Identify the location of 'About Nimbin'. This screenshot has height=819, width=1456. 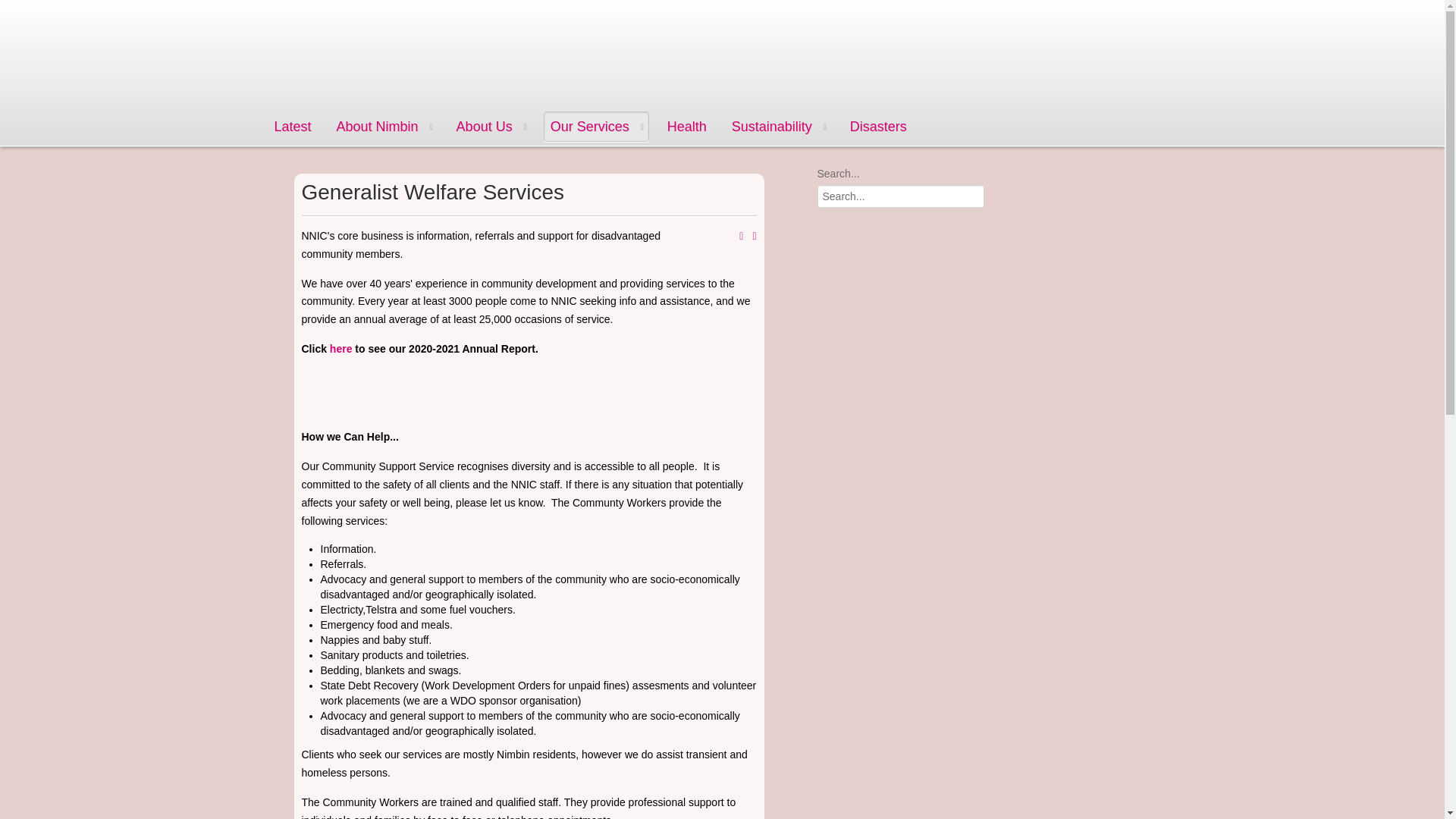
(384, 125).